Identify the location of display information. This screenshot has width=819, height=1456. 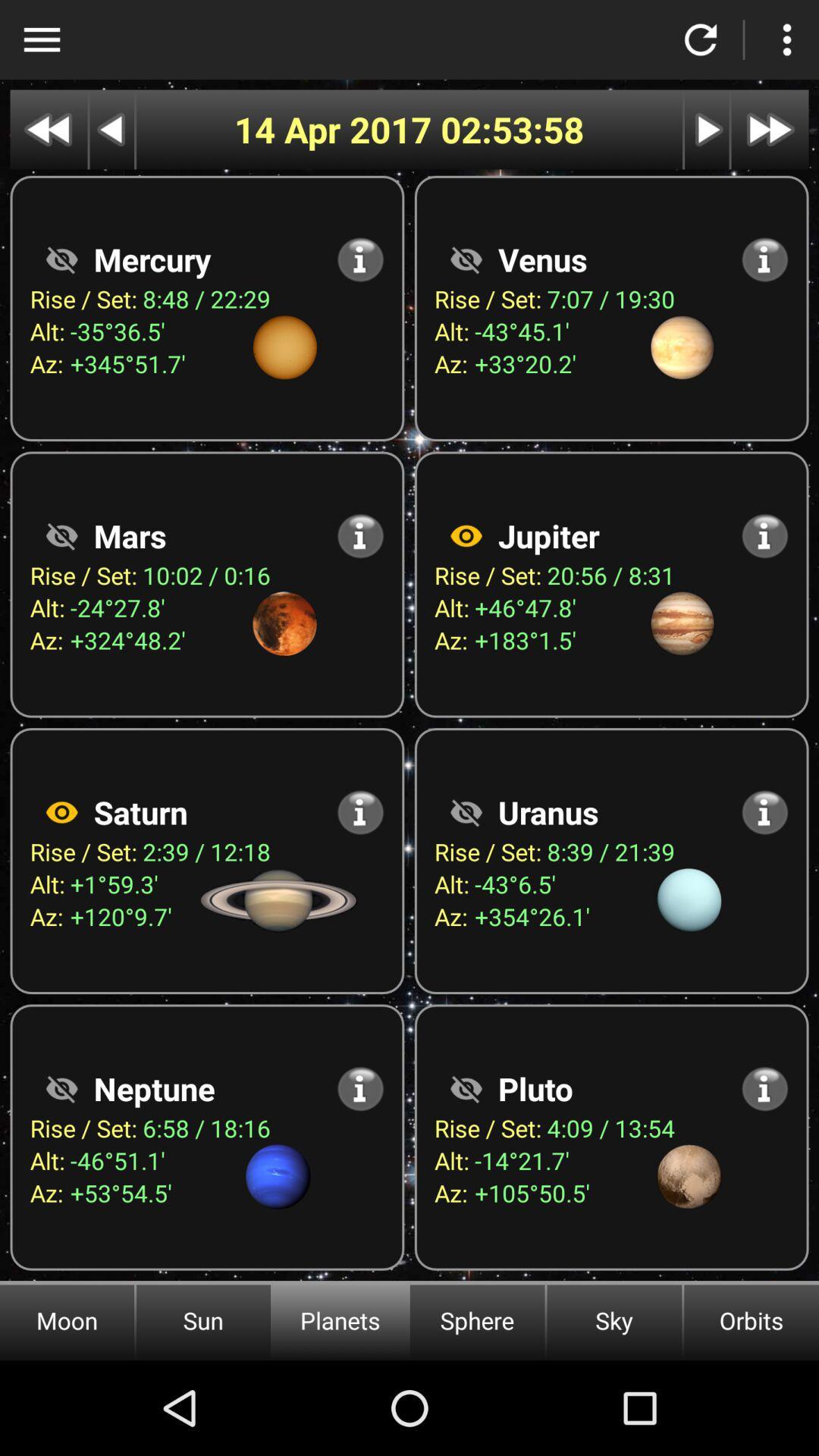
(360, 811).